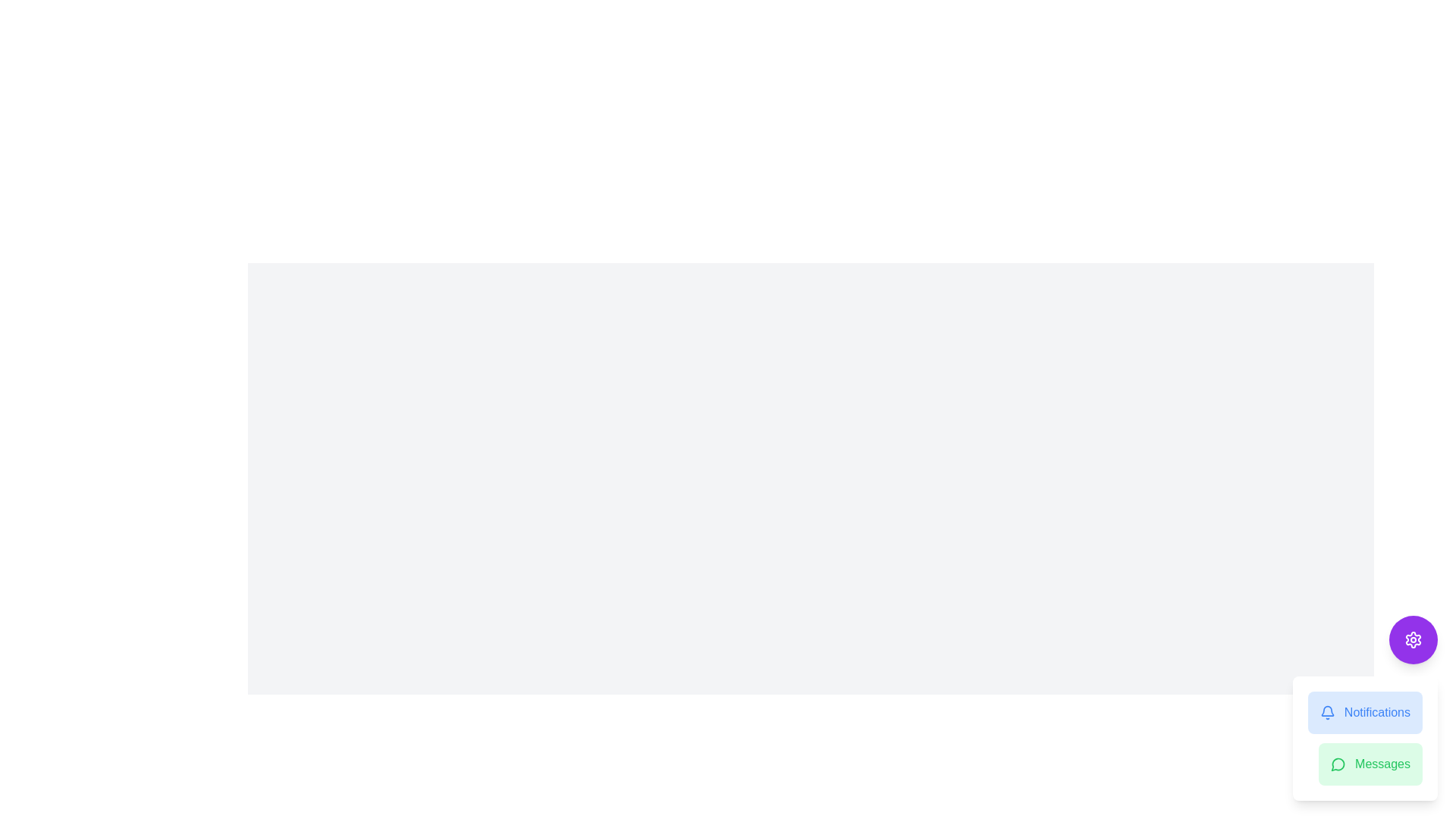 The image size is (1456, 819). I want to click on the blue bell-shaped notification icon located in the top-left corner, near the label 'Notifications', so click(1326, 711).